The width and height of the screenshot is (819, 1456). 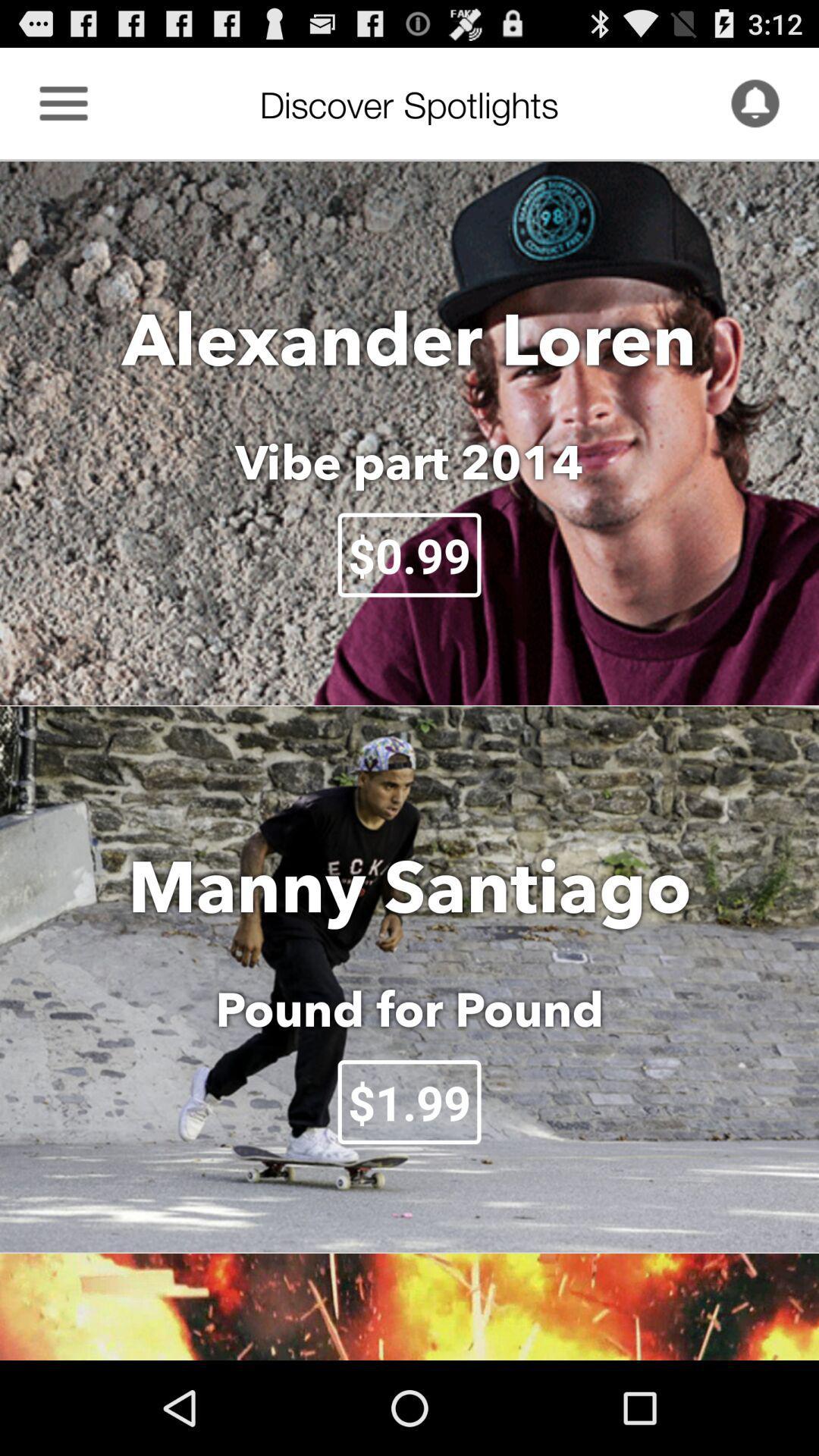 I want to click on the menu icon, so click(x=63, y=110).